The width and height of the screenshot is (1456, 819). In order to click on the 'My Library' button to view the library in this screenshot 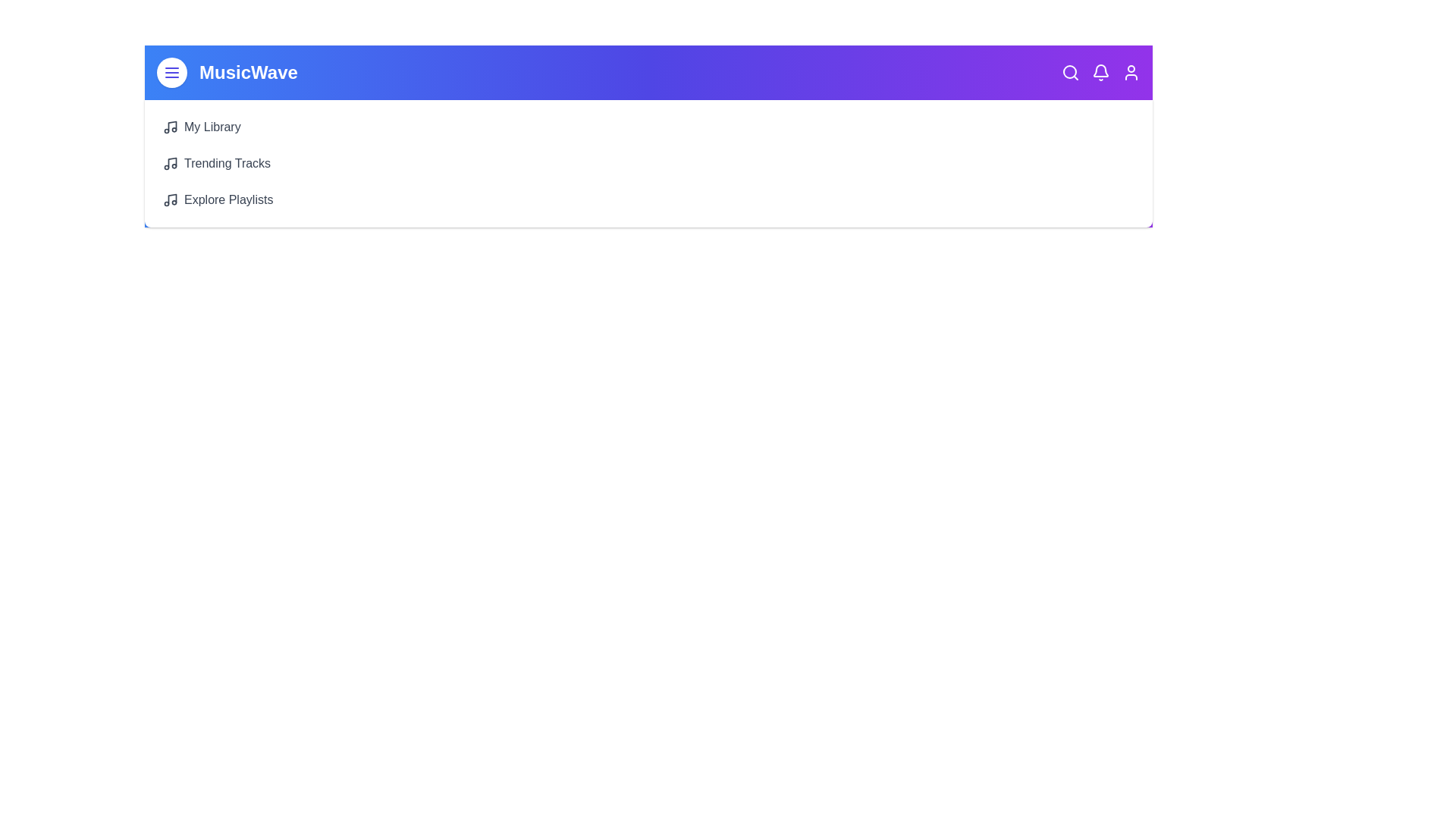, I will do `click(200, 127)`.